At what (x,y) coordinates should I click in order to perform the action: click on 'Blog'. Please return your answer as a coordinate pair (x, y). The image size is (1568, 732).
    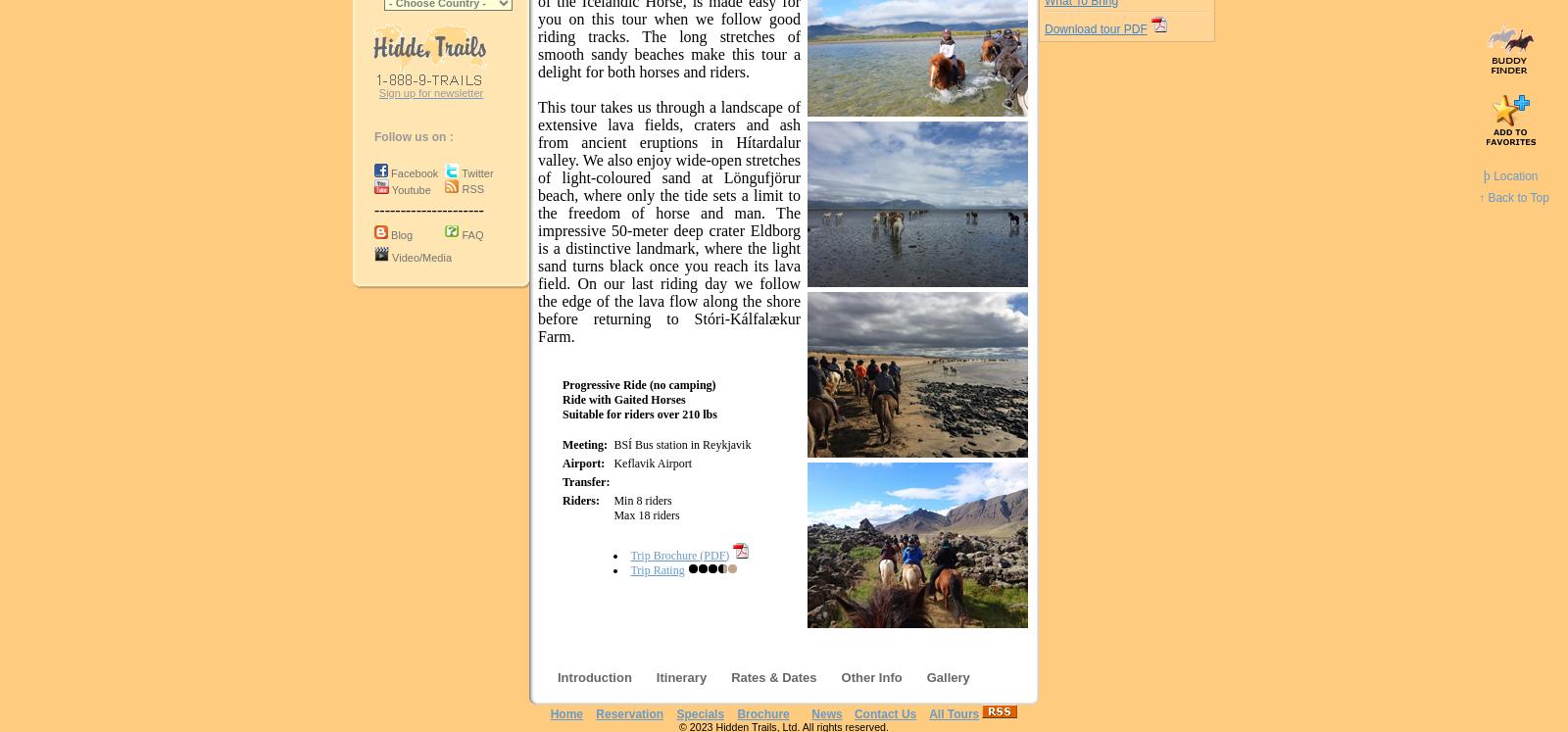
    Looking at the image, I should click on (400, 232).